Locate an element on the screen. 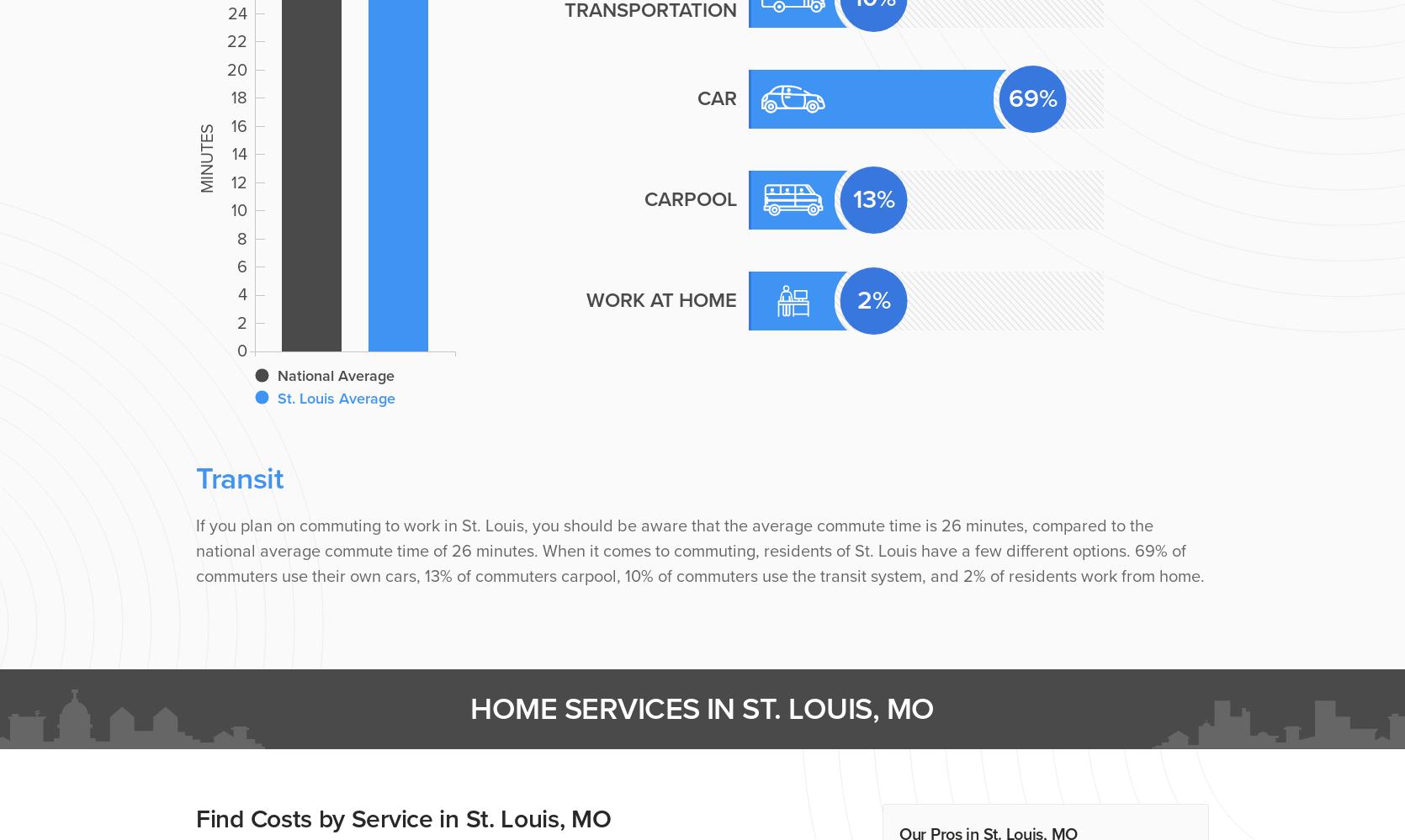  'Car' is located at coordinates (717, 98).